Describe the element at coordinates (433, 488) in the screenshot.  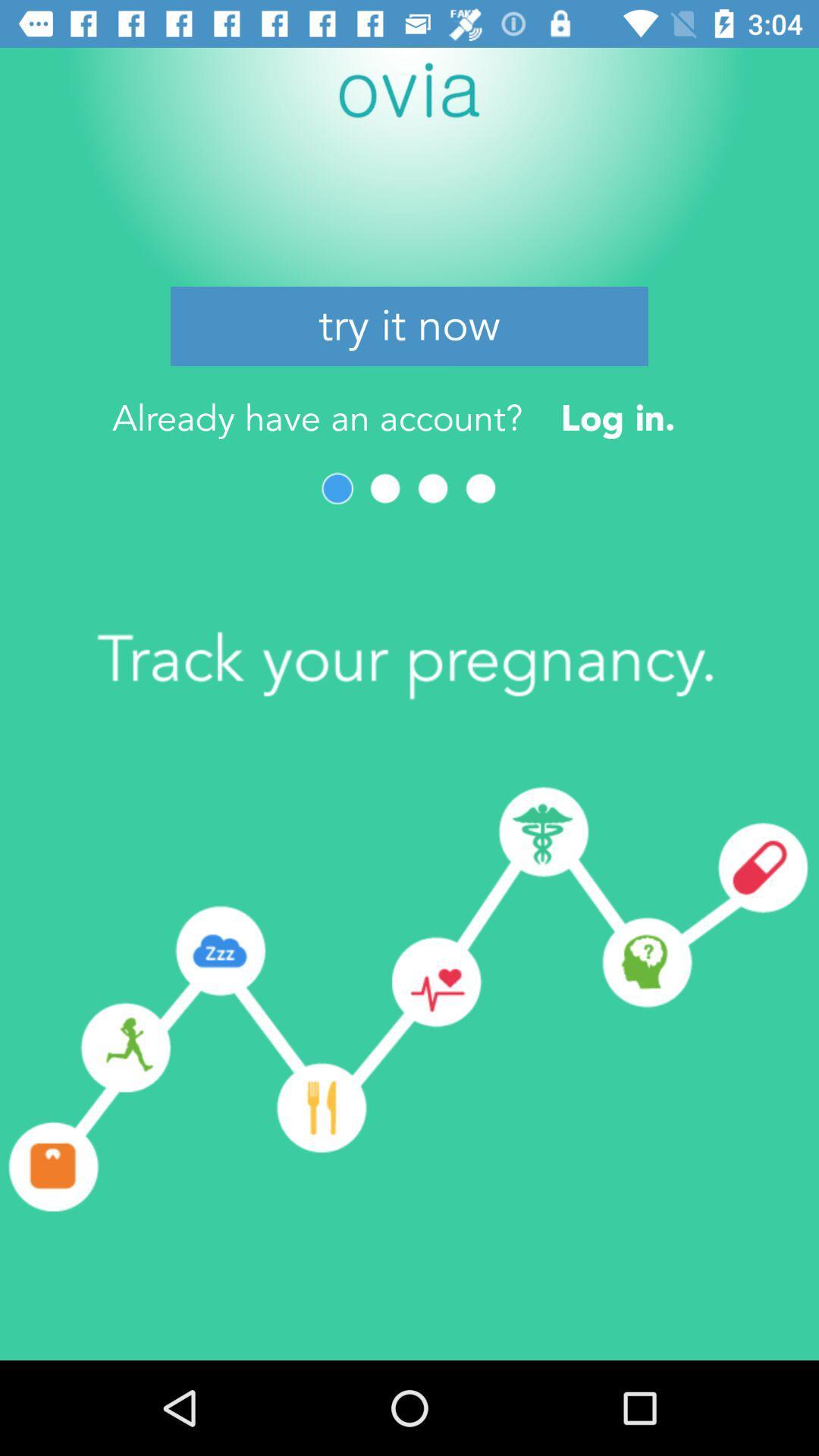
I see `the item below the already have an item` at that location.